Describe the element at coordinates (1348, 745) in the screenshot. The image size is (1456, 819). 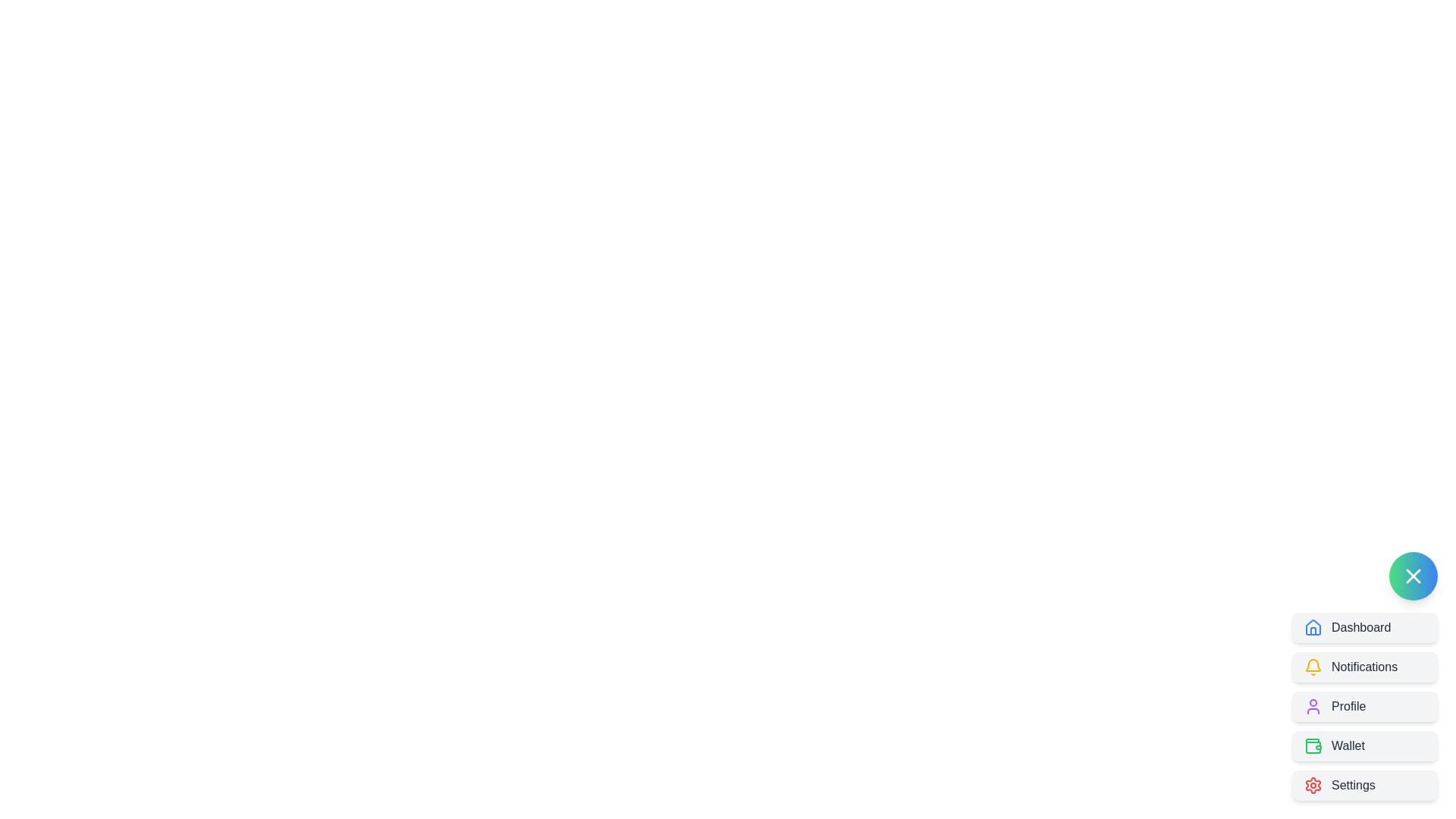
I see `the 'Wallet' text label located within the menu` at that location.